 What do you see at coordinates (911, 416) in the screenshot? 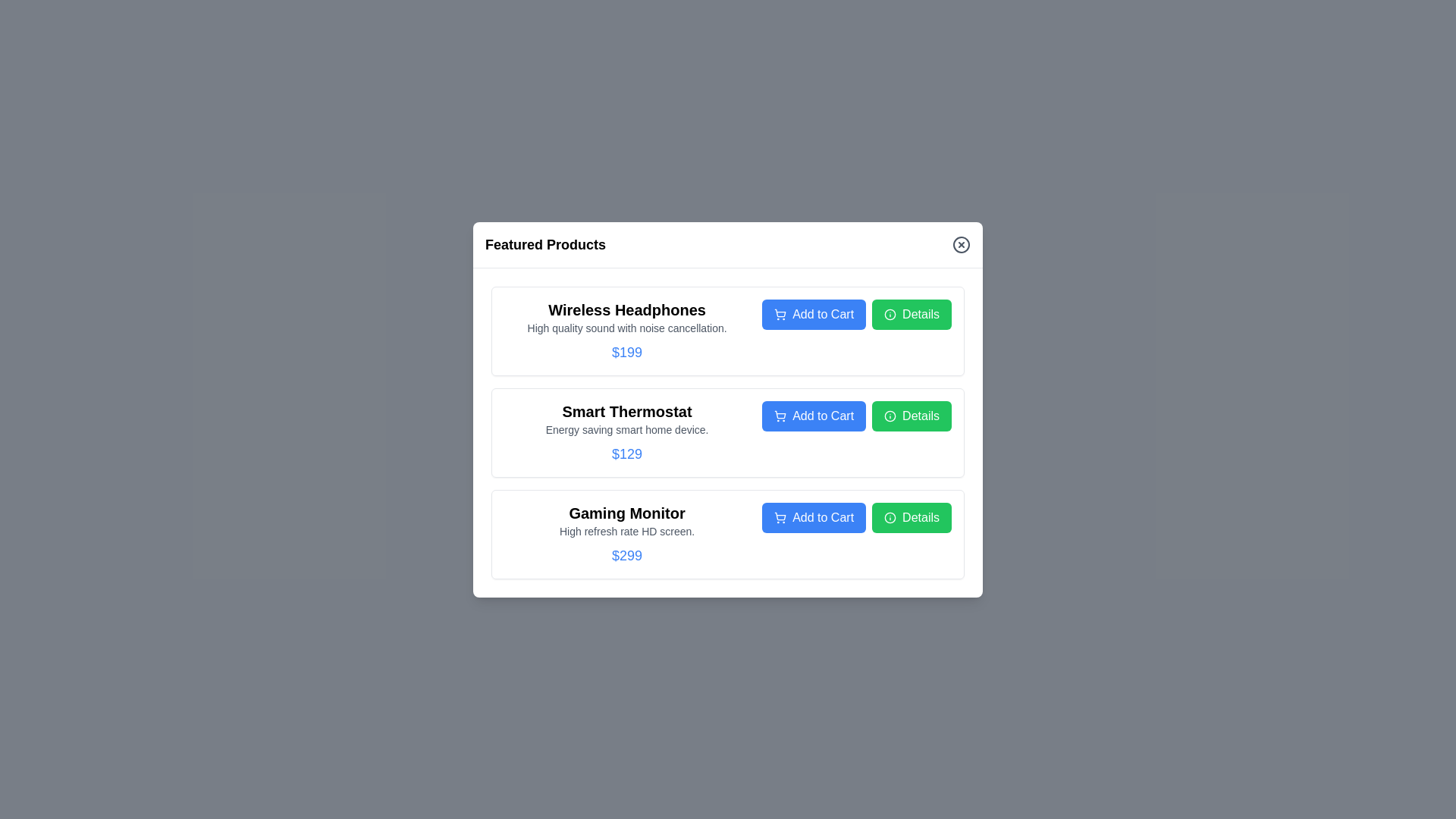
I see `'Details' button for the product Smart Thermostat` at bounding box center [911, 416].